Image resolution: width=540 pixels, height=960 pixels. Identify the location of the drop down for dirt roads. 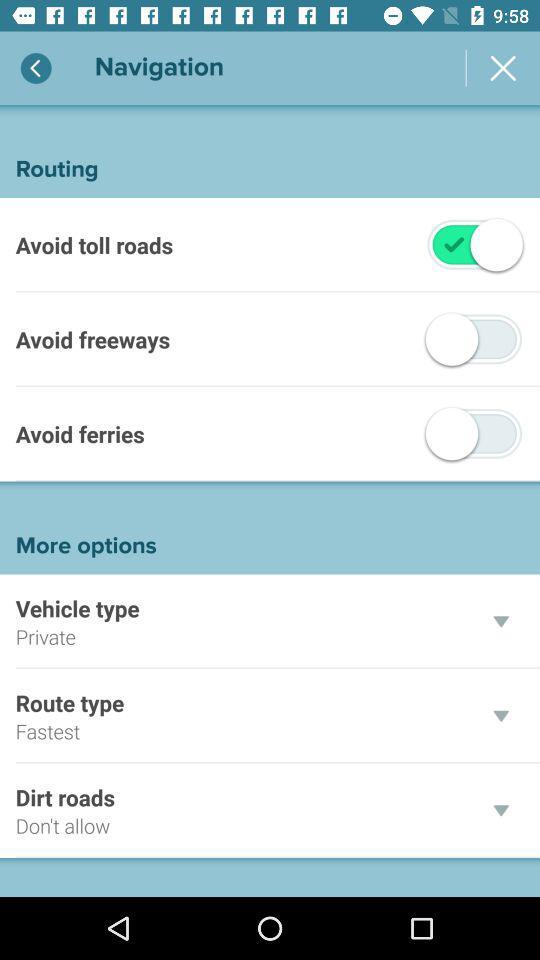
(500, 810).